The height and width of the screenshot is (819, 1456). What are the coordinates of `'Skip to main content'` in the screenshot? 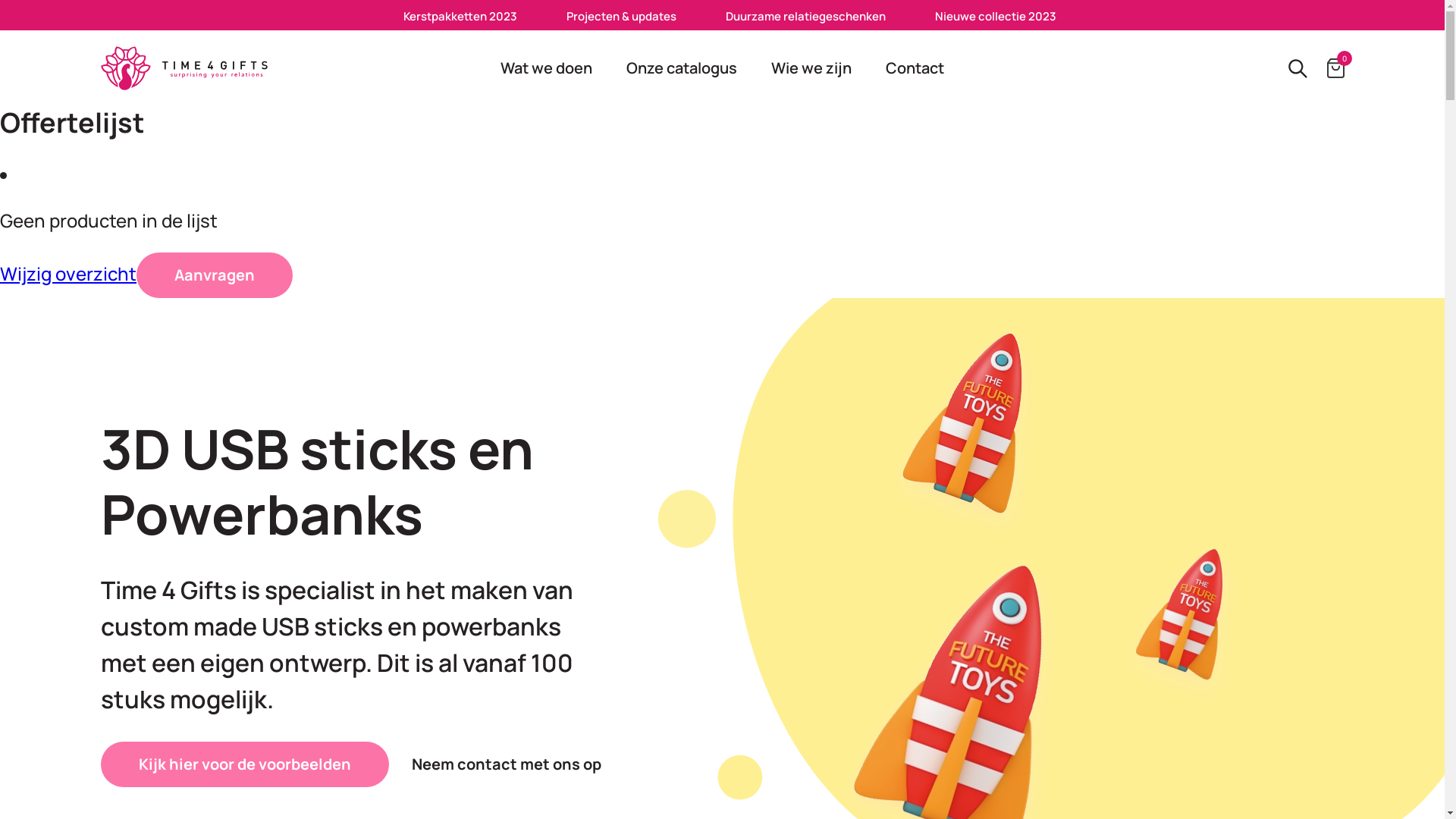 It's located at (0, 0).